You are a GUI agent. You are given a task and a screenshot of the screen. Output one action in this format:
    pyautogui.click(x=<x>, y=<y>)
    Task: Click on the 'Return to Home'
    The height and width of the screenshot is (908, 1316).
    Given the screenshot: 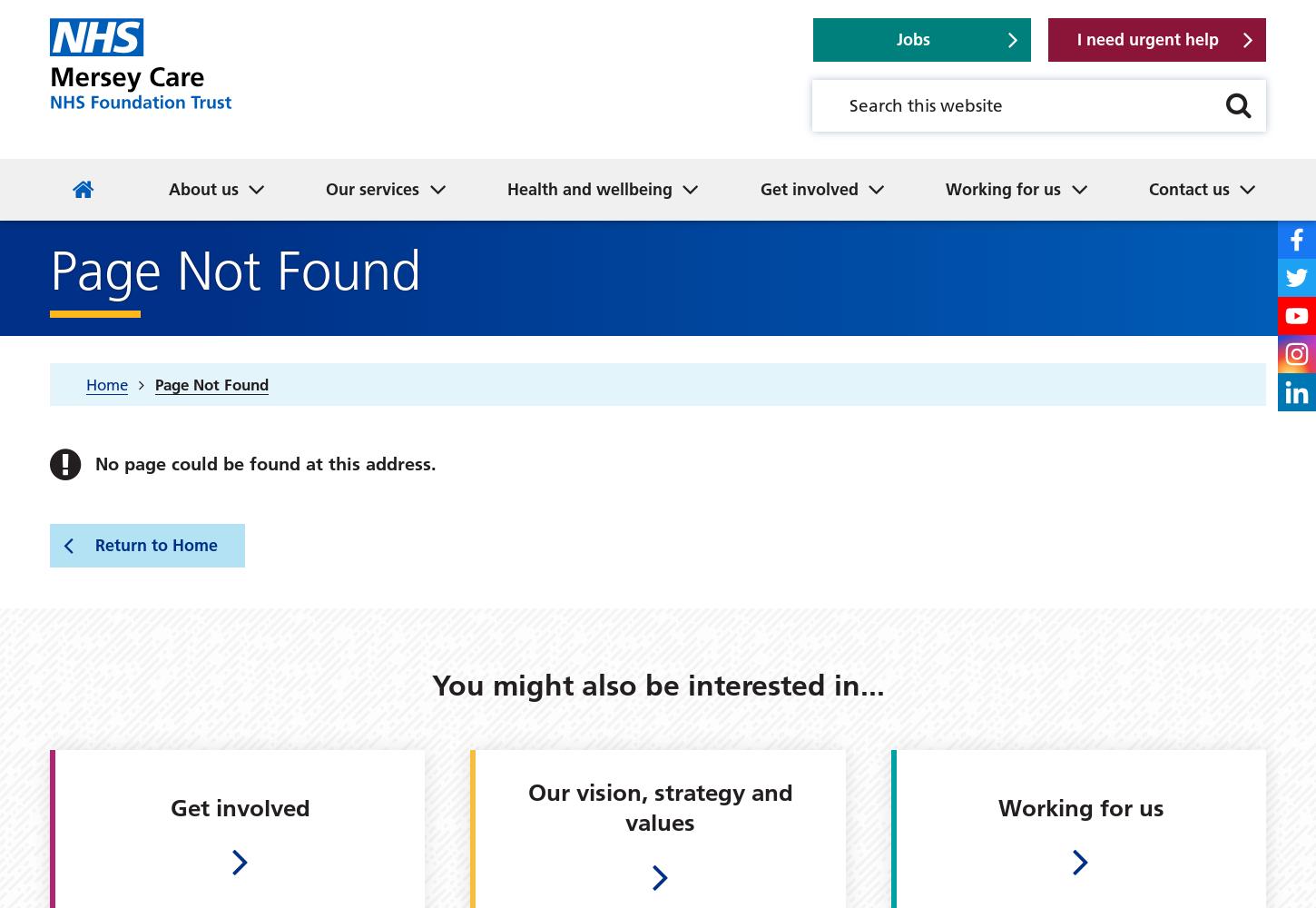 What is the action you would take?
    pyautogui.click(x=94, y=544)
    